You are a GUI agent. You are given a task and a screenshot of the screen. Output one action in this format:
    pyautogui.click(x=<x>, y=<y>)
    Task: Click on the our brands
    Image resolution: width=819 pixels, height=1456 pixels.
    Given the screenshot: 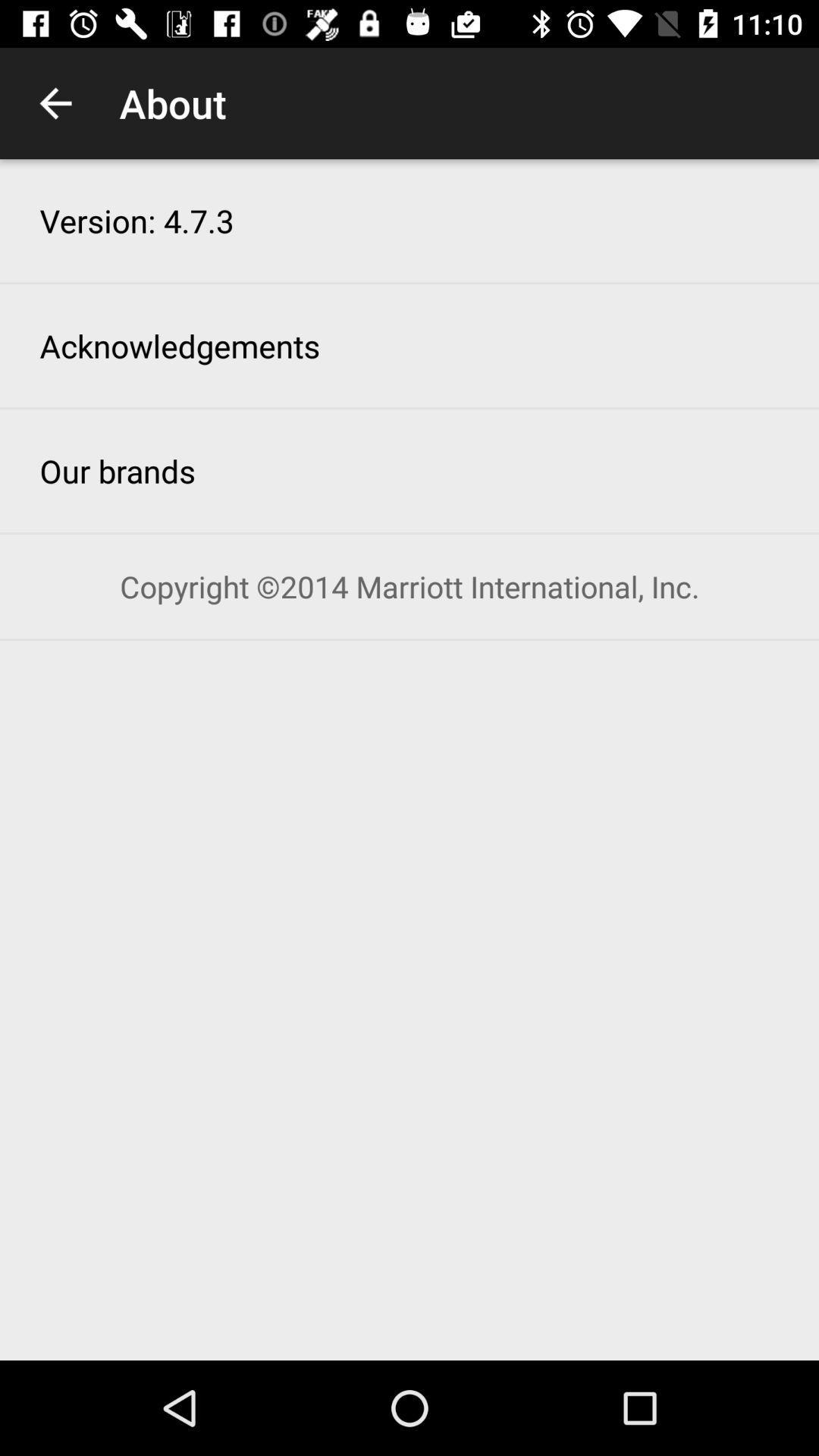 What is the action you would take?
    pyautogui.click(x=117, y=469)
    